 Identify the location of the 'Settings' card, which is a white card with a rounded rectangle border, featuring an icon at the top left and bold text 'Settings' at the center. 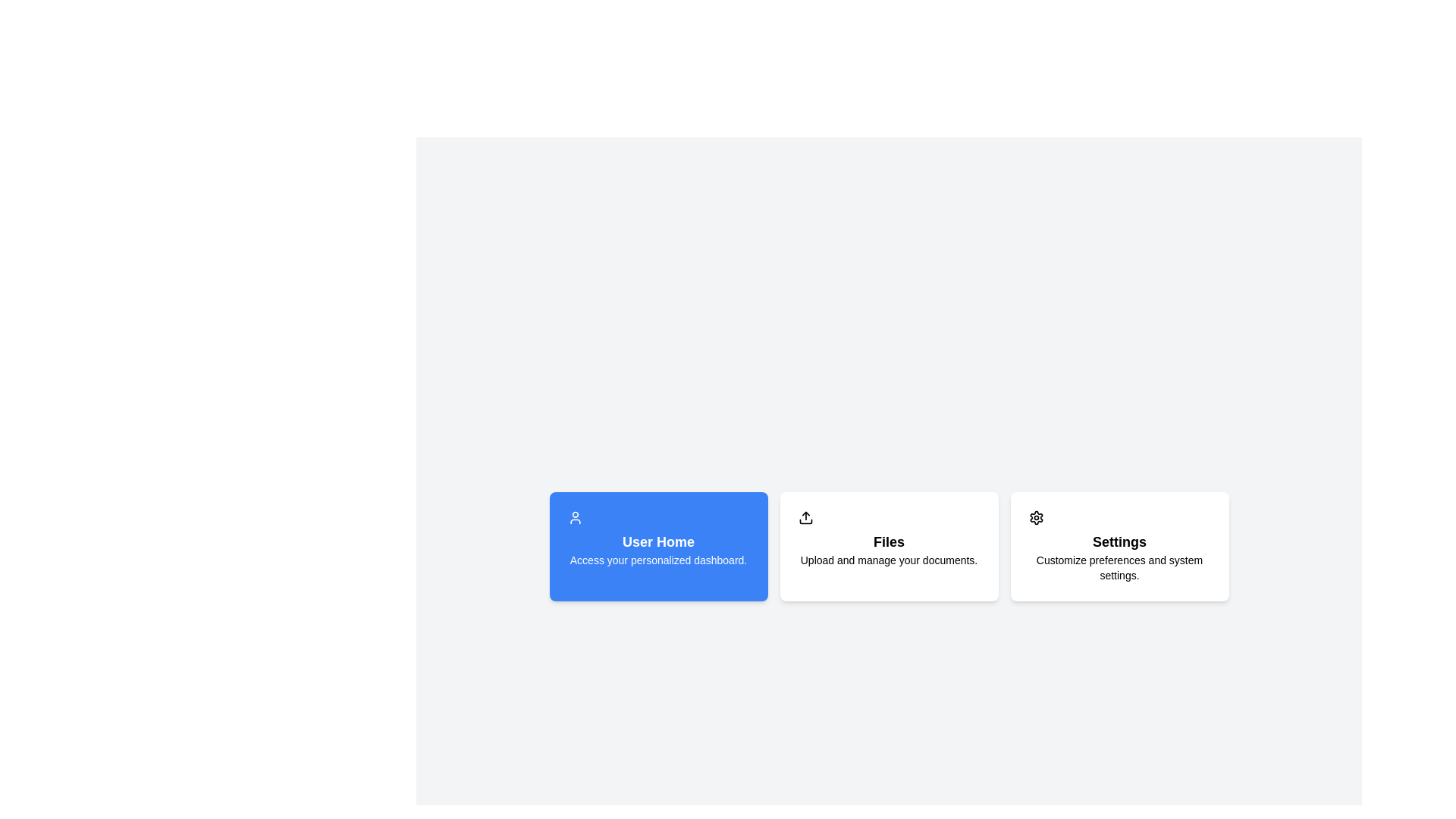
(1119, 547).